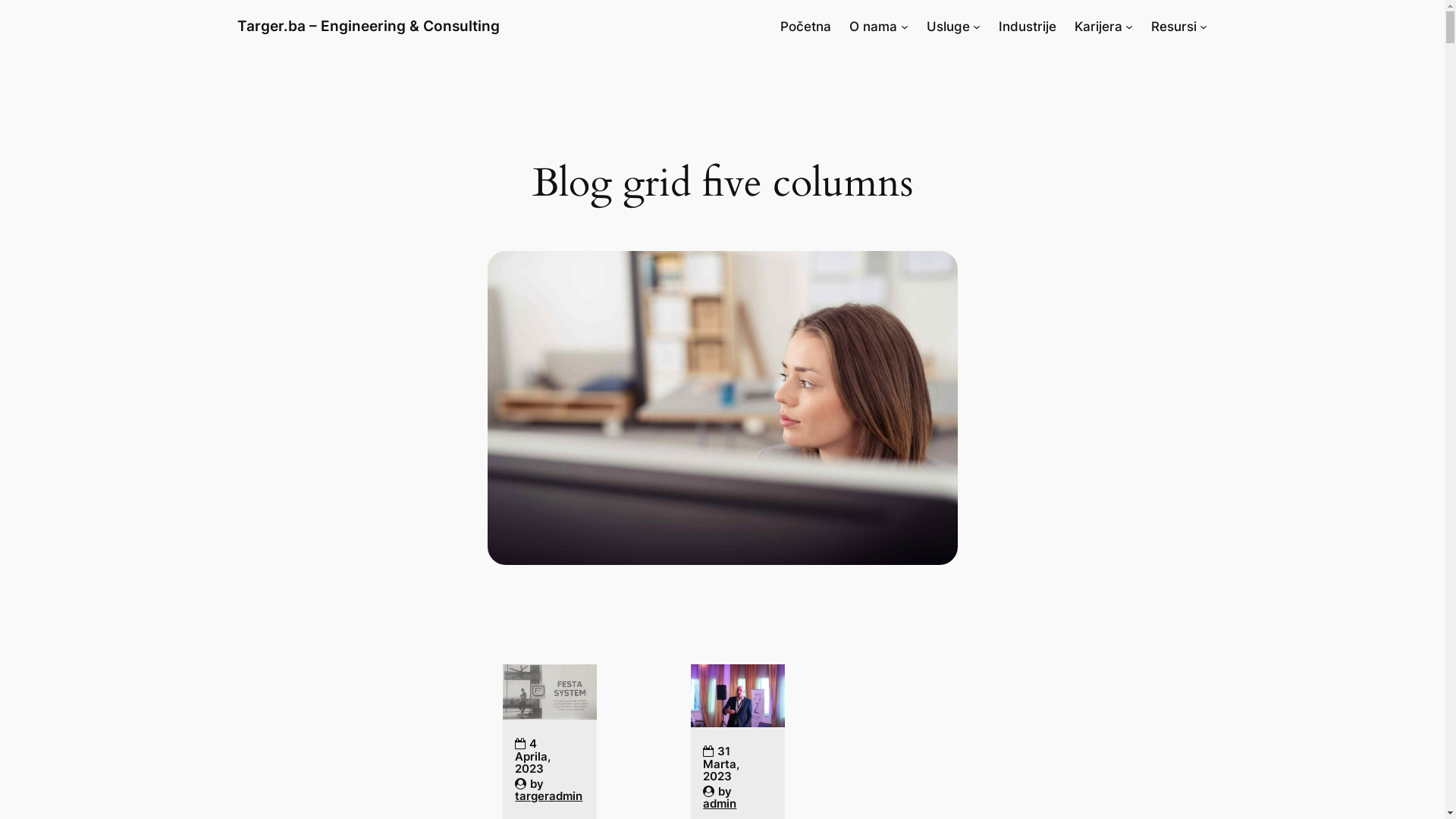 This screenshot has width=1456, height=819. I want to click on 'O nama', so click(848, 26).